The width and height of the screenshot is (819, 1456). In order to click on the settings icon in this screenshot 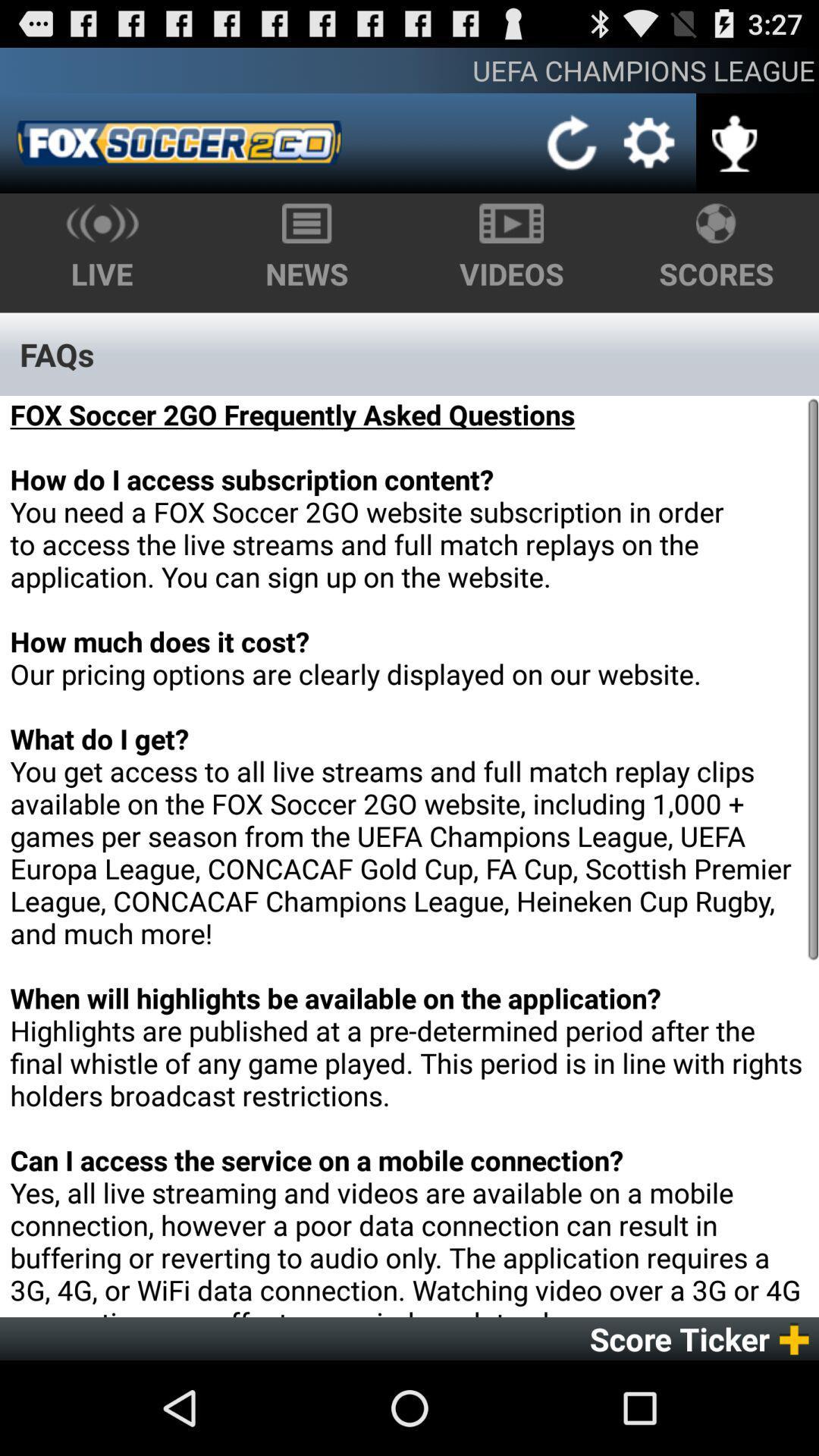, I will do `click(648, 152)`.